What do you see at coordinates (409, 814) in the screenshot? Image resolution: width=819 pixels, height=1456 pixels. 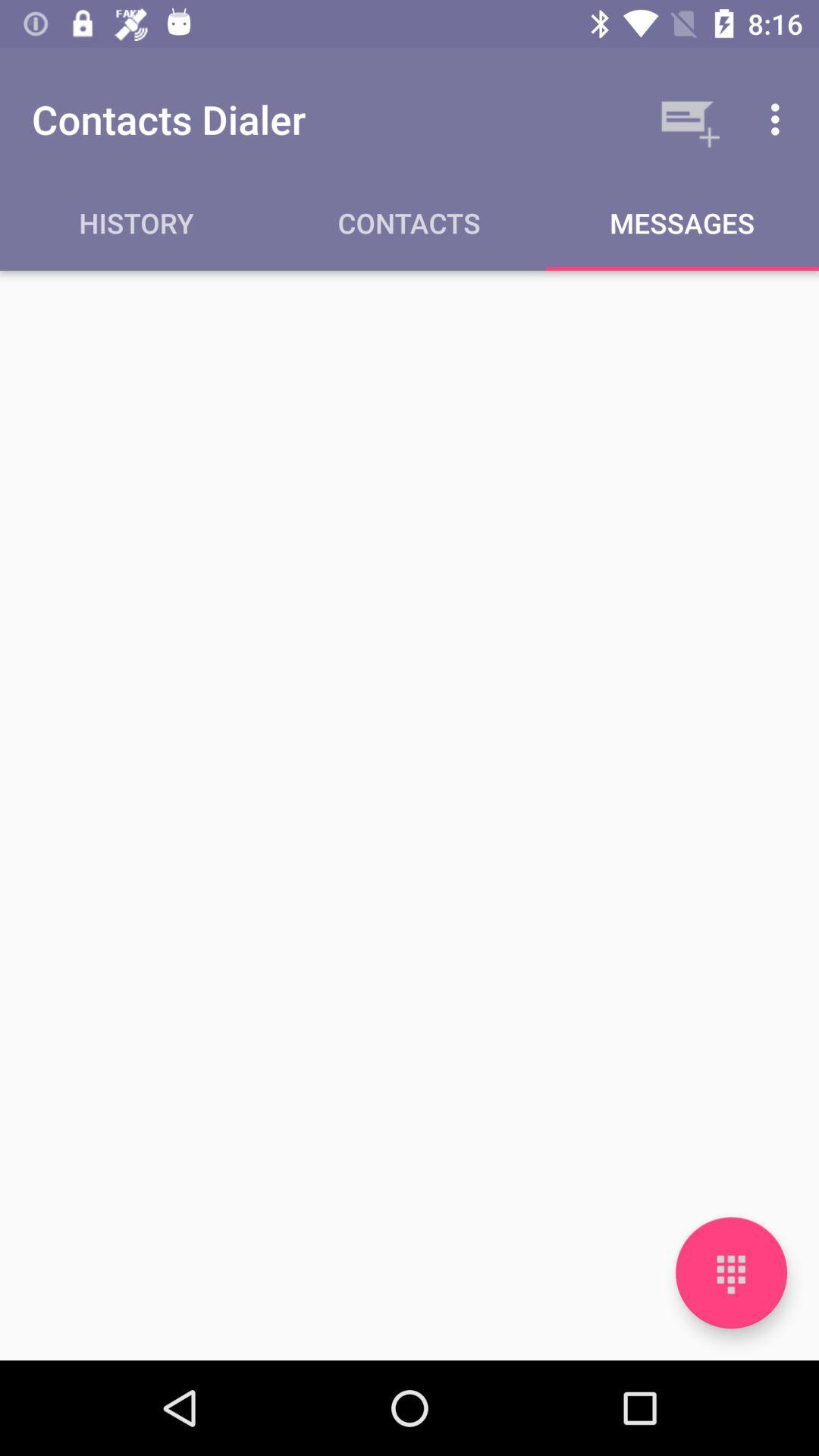 I see `item at the center` at bounding box center [409, 814].